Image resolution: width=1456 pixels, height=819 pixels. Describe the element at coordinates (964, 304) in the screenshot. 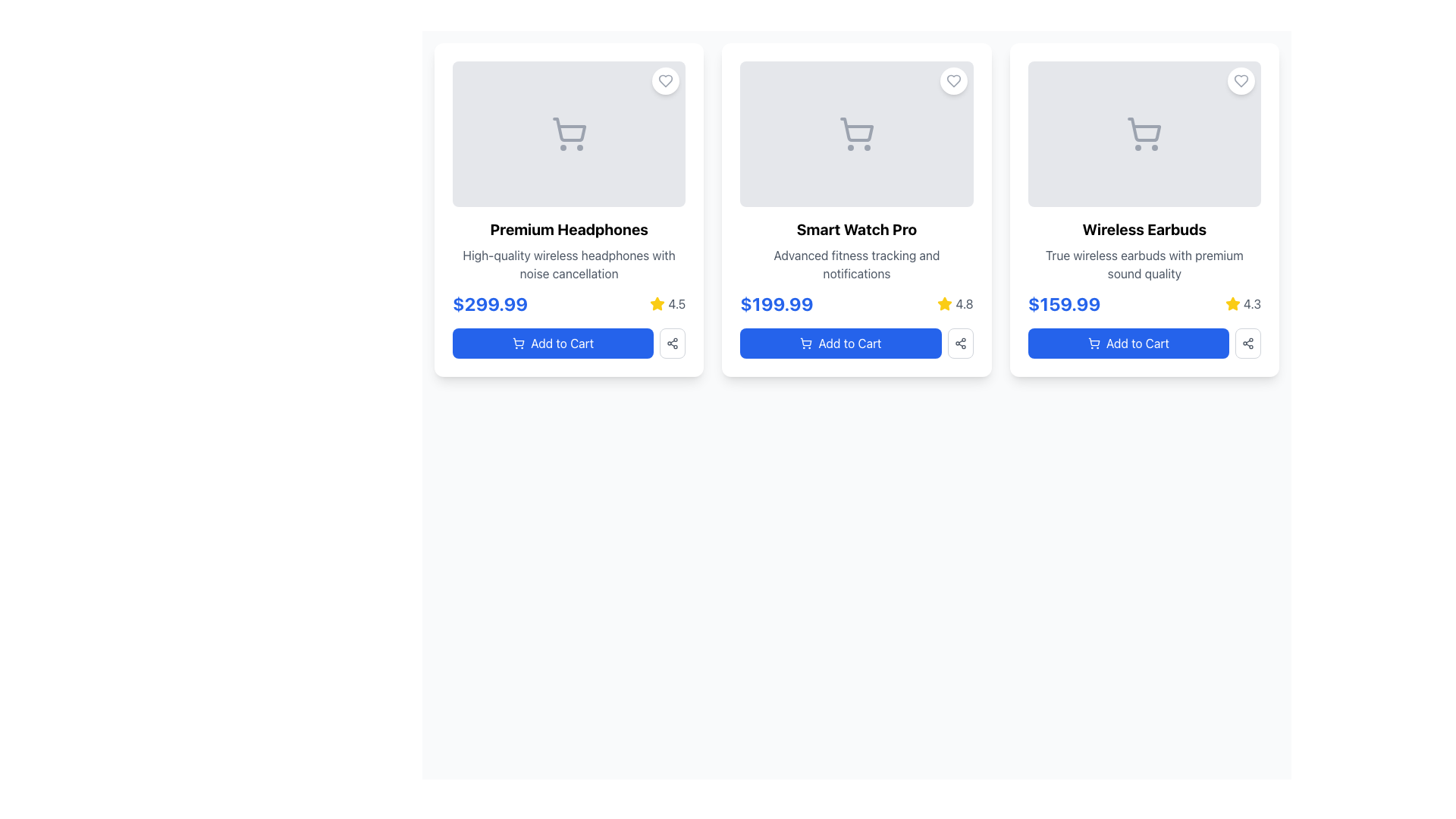

I see `the text label displaying the value '4.8' near the yellow star icon in the second card under 'Smart Watch Pro'` at that location.